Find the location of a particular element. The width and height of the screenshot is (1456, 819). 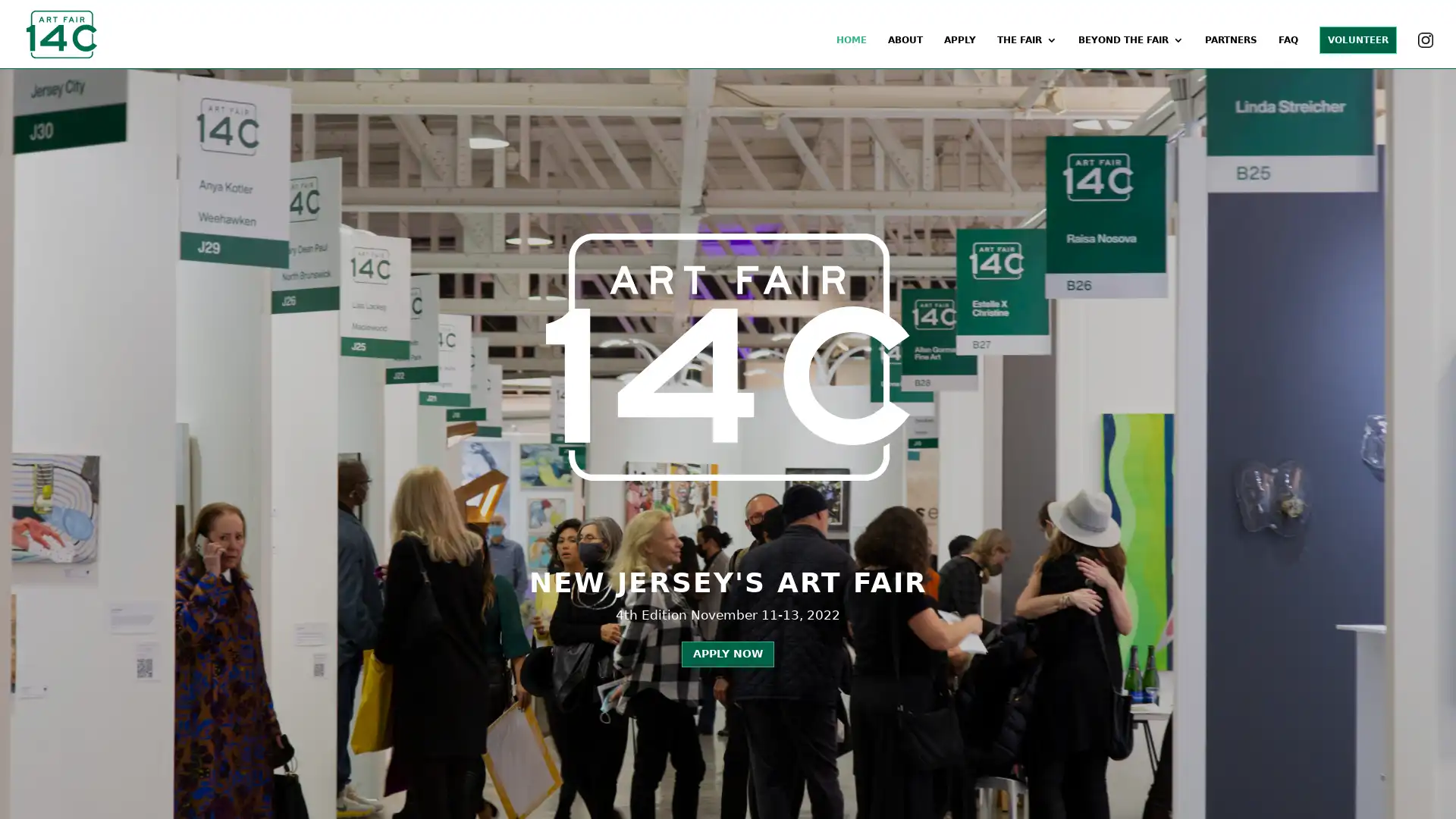

Sign Up! is located at coordinates (728, 742).